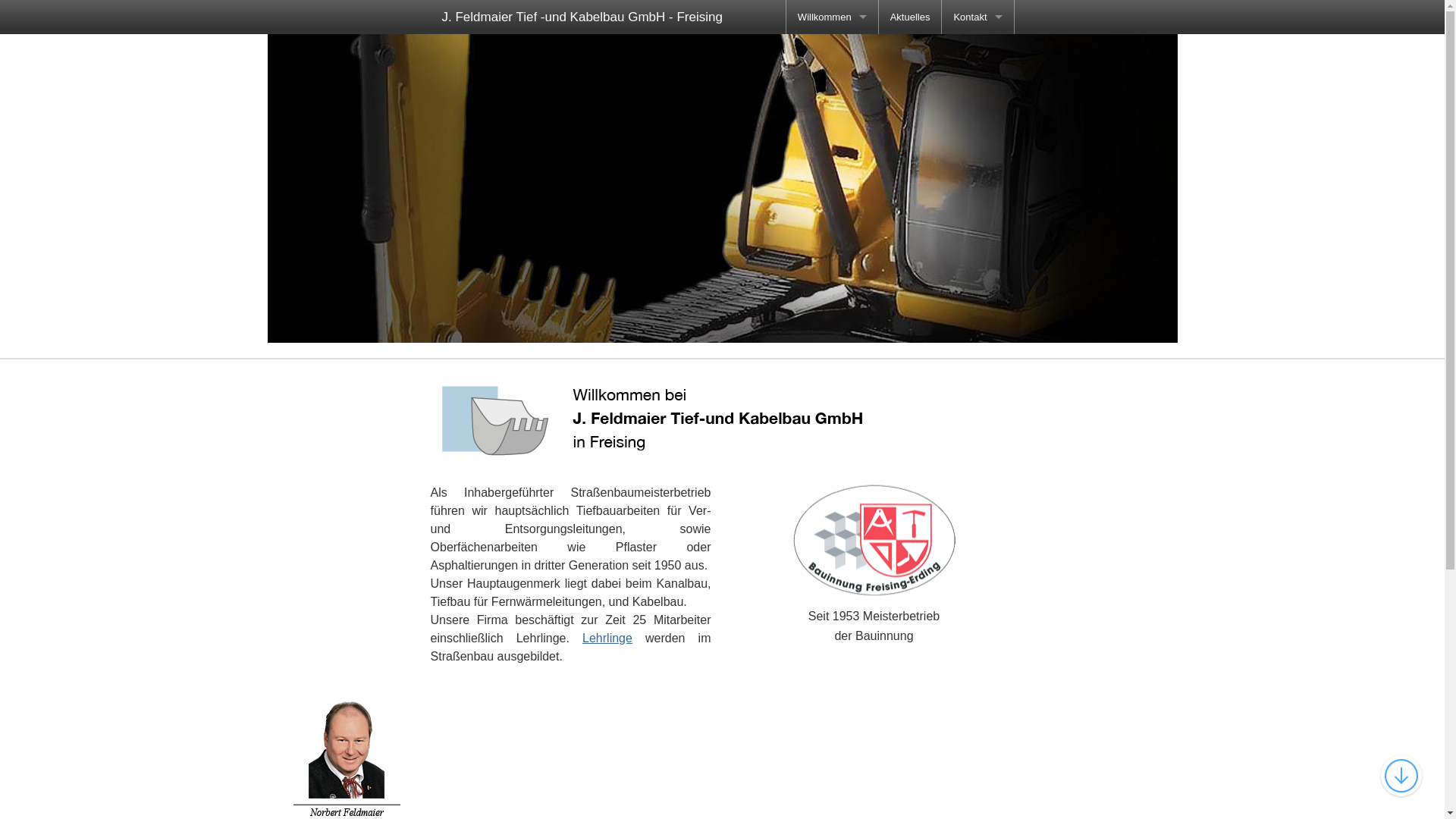 Image resolution: width=1456 pixels, height=819 pixels. Describe the element at coordinates (941, 50) in the screenshot. I see `'Anfahrt'` at that location.